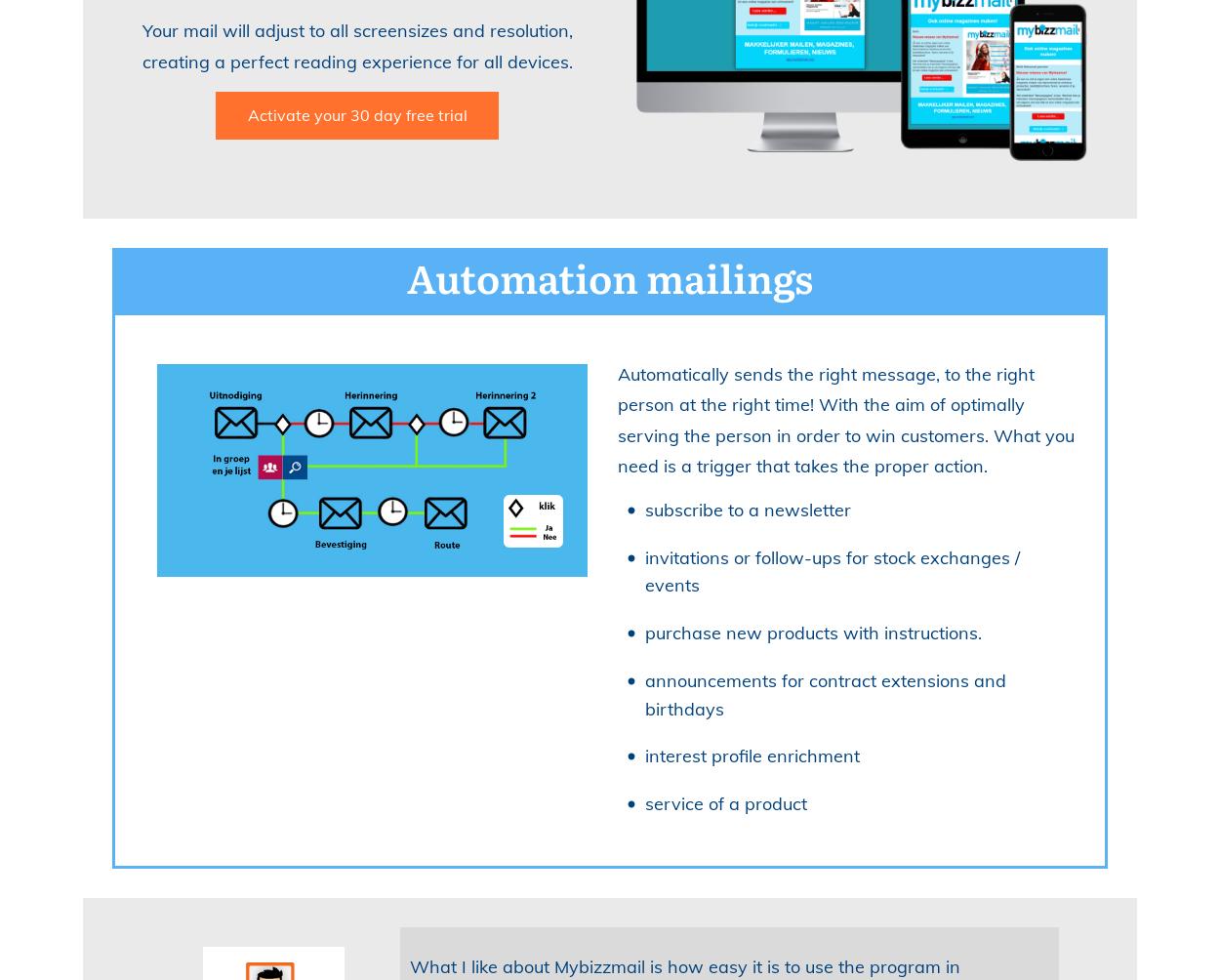 The image size is (1220, 980). Describe the element at coordinates (644, 693) in the screenshot. I see `'announcements for contract extensions and birthdays'` at that location.